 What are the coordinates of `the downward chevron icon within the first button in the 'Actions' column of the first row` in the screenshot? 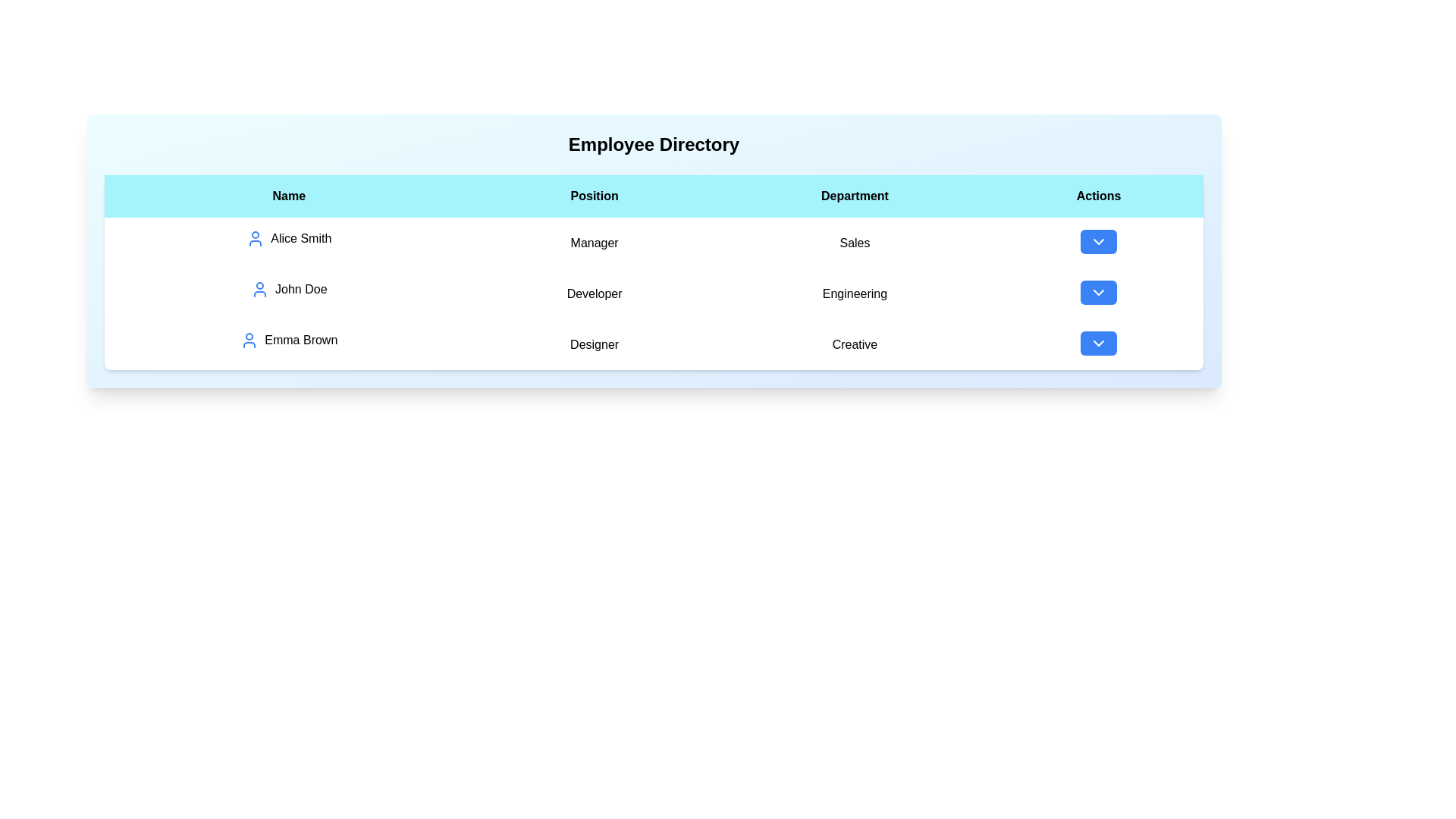 It's located at (1099, 241).